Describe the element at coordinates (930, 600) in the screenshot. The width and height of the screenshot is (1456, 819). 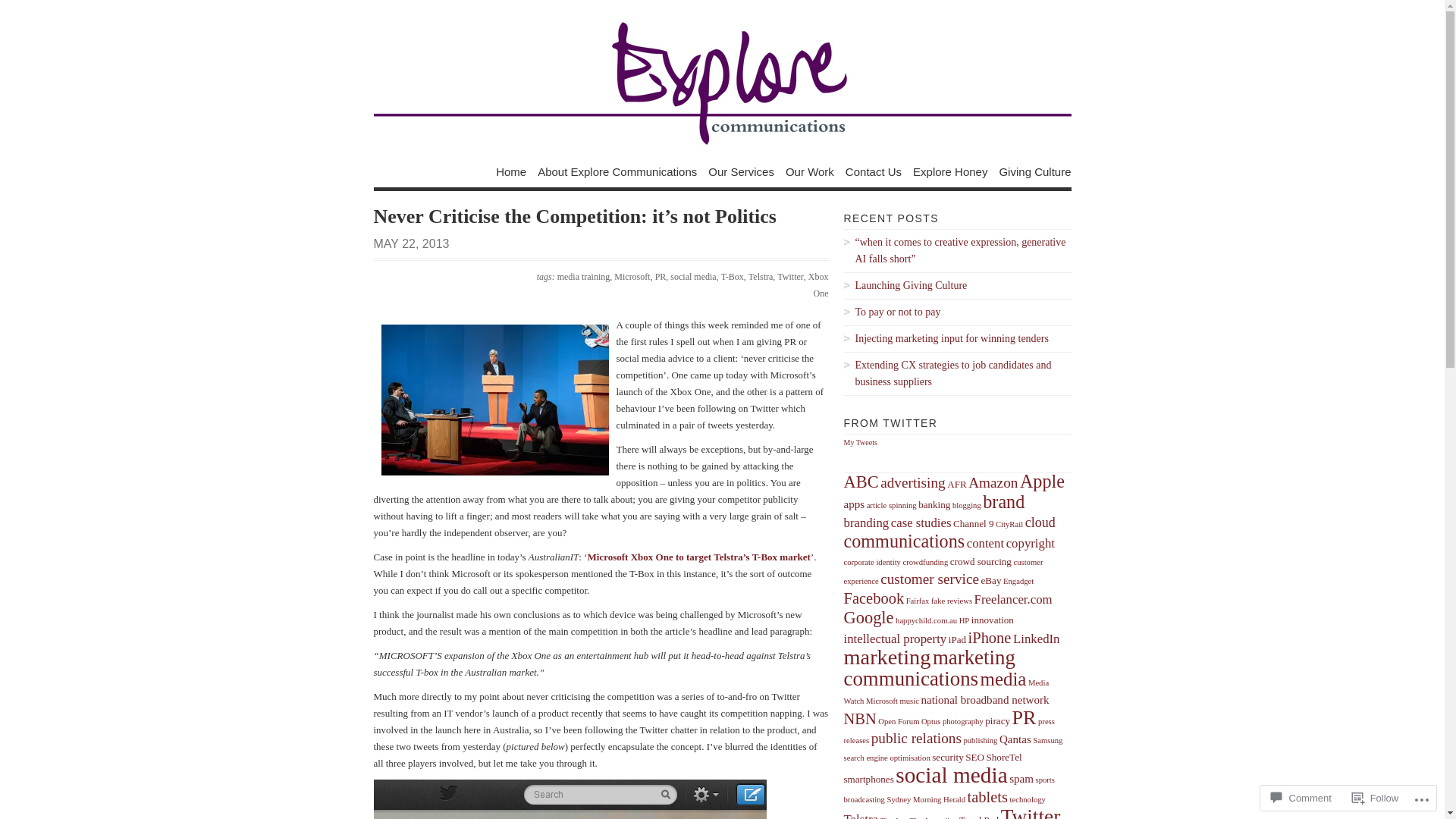
I see `'fake reviews'` at that location.